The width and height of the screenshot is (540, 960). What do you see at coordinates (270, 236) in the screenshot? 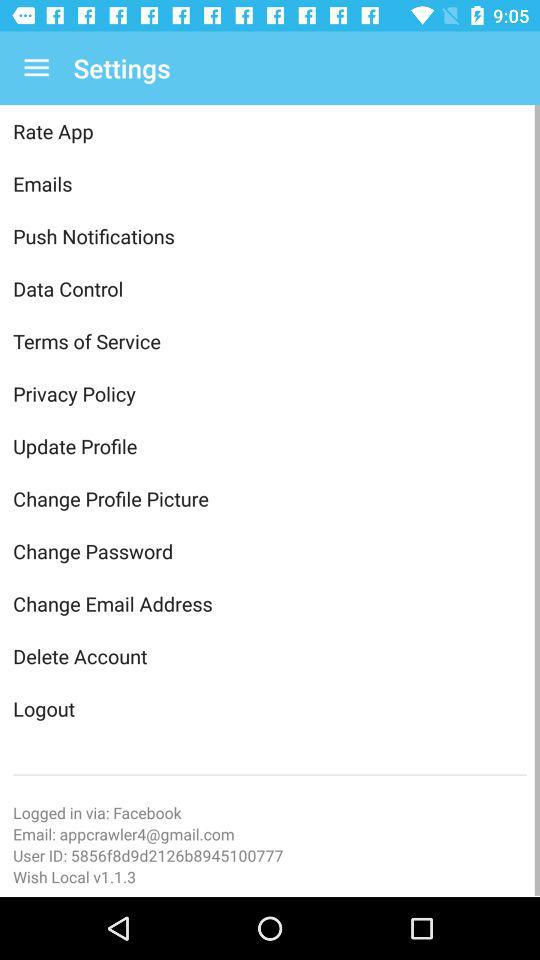
I see `push notifications` at bounding box center [270, 236].